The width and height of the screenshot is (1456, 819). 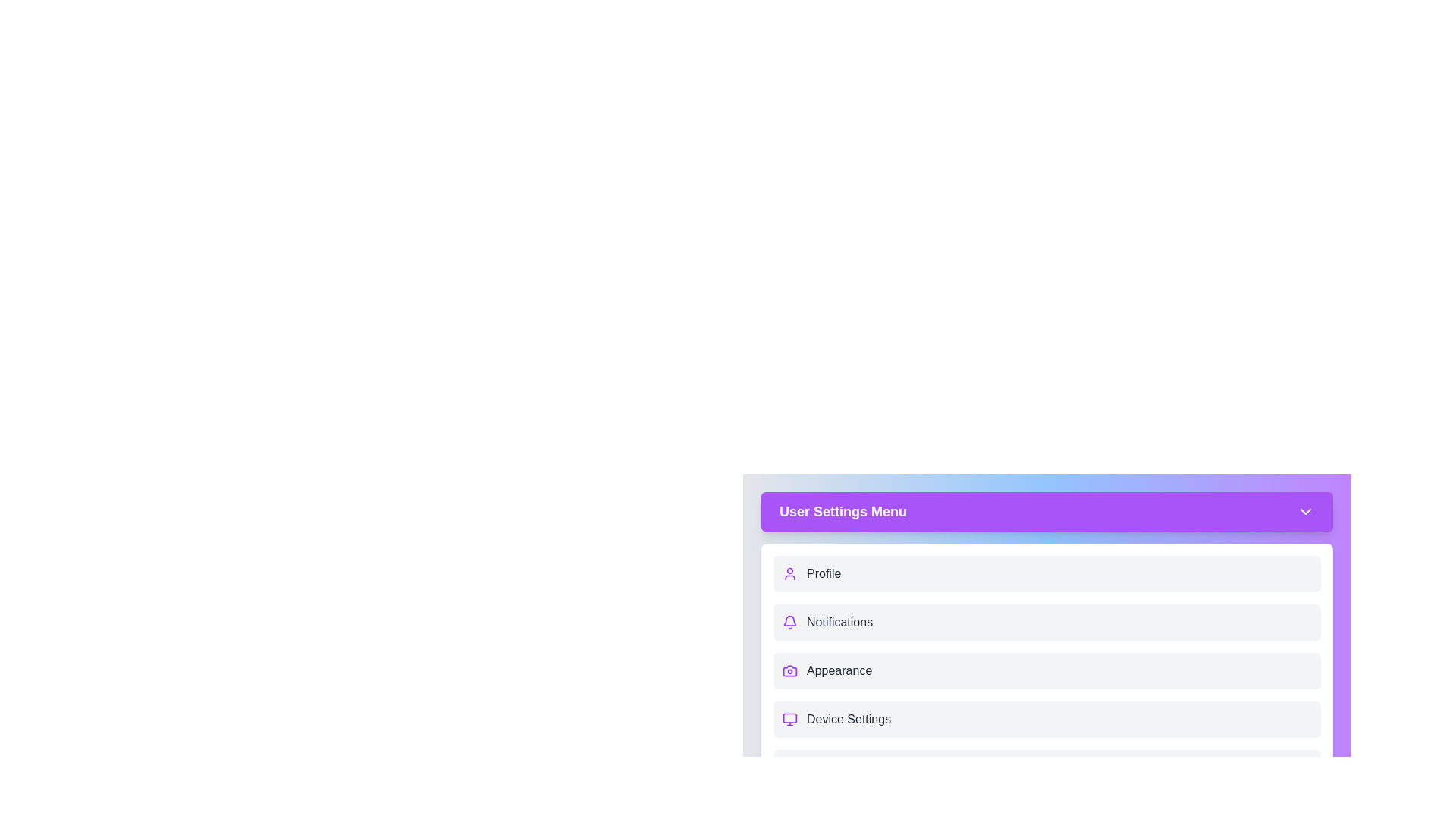 I want to click on the header of the User Settings Menu to toggle its visibility, so click(x=1046, y=512).